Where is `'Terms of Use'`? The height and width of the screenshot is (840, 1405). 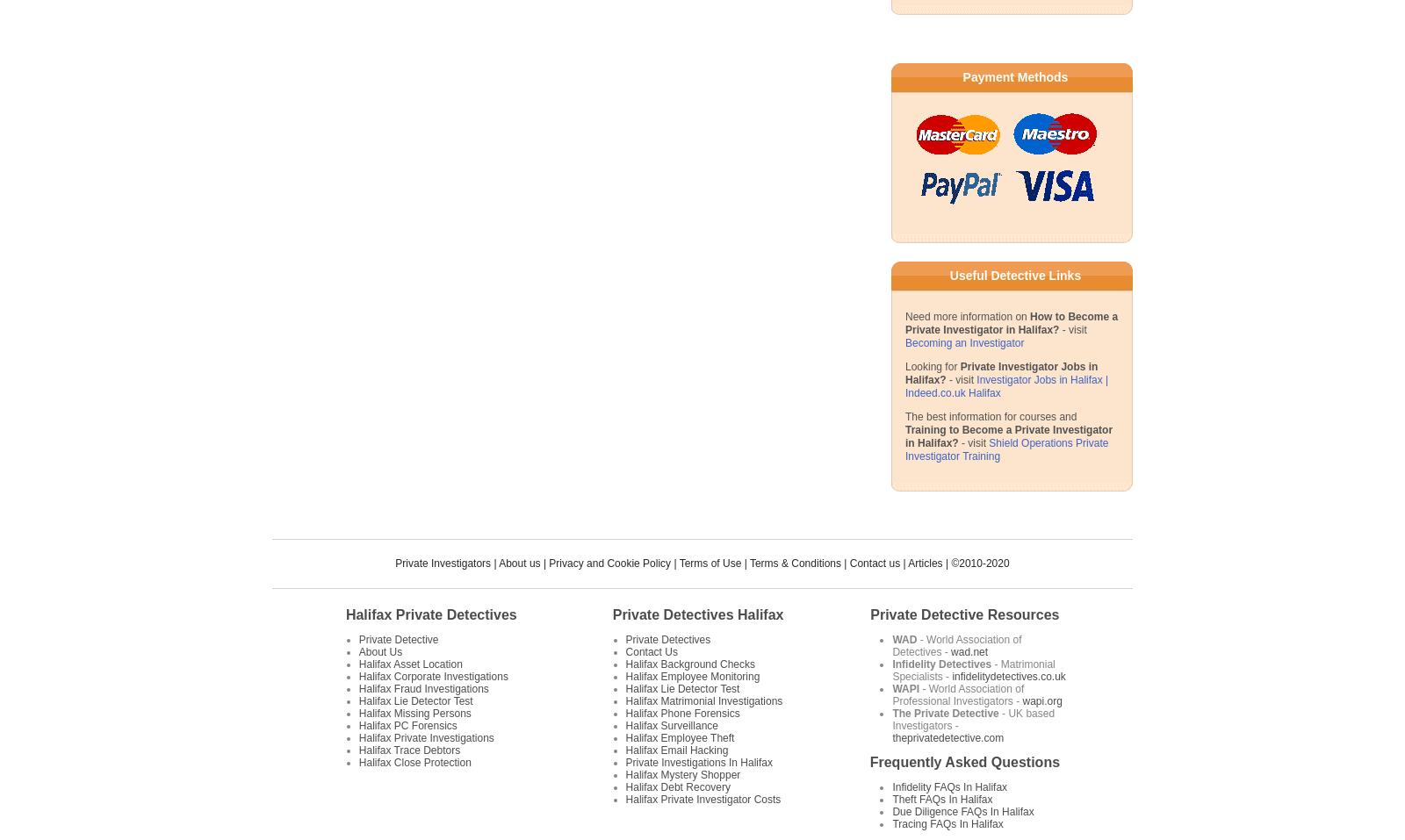 'Terms of Use' is located at coordinates (678, 562).